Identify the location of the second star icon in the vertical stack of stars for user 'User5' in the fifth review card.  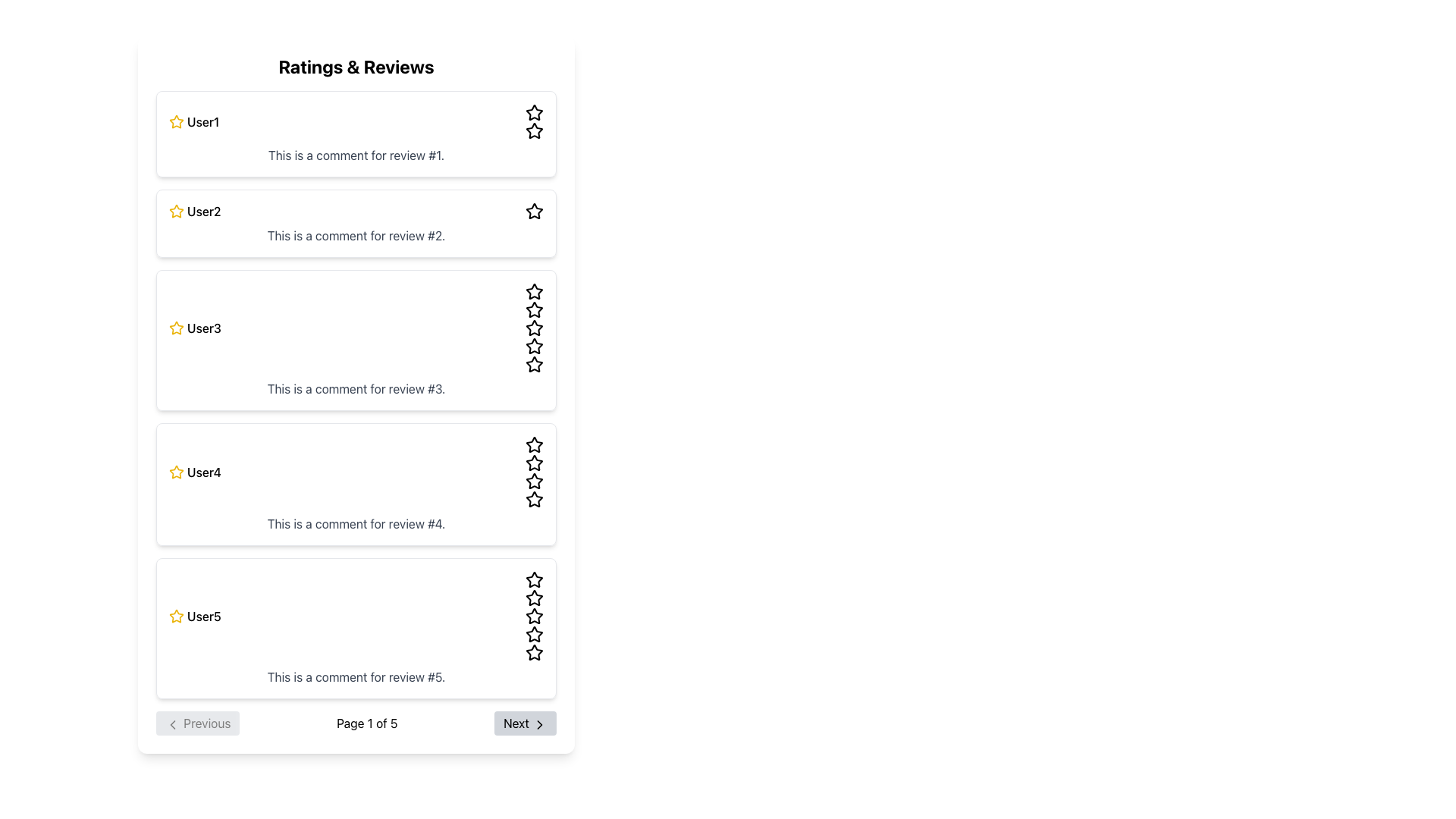
(535, 598).